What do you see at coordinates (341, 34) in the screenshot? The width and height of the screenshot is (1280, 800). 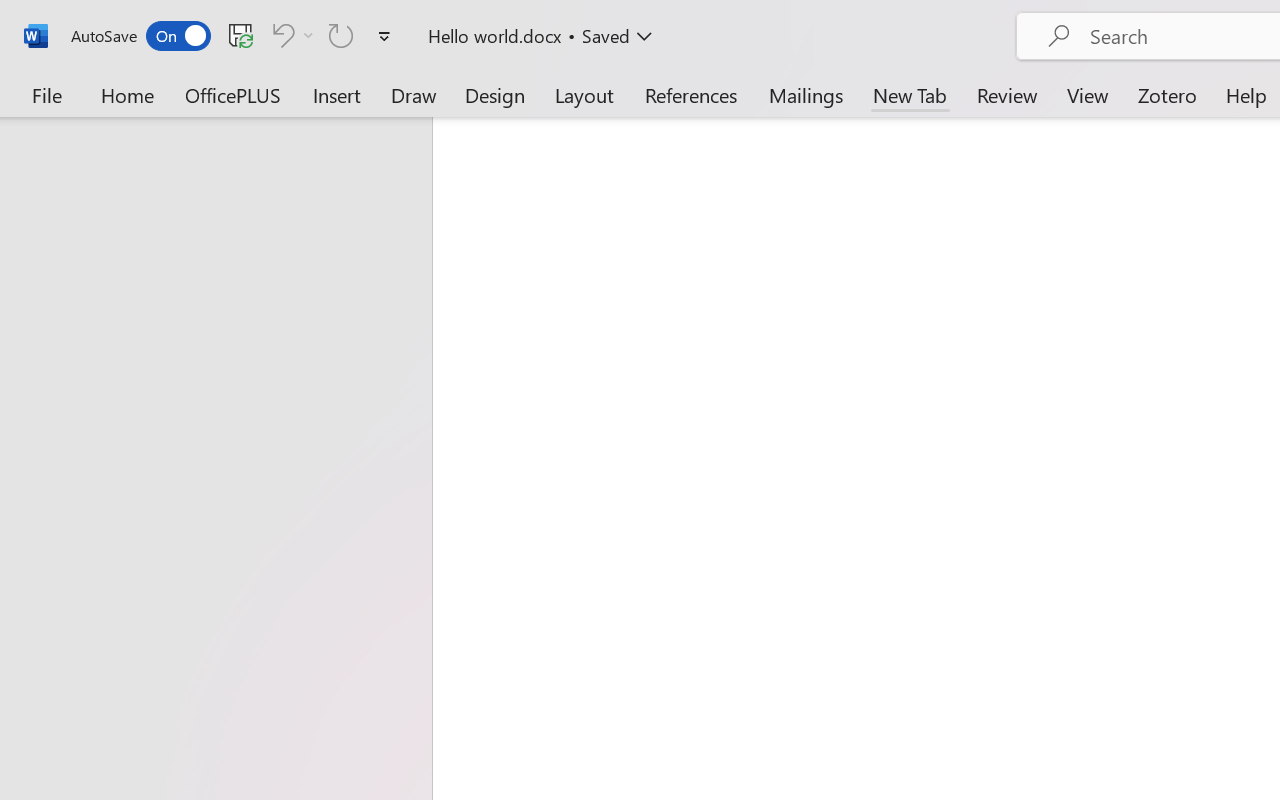 I see `'Can'` at bounding box center [341, 34].